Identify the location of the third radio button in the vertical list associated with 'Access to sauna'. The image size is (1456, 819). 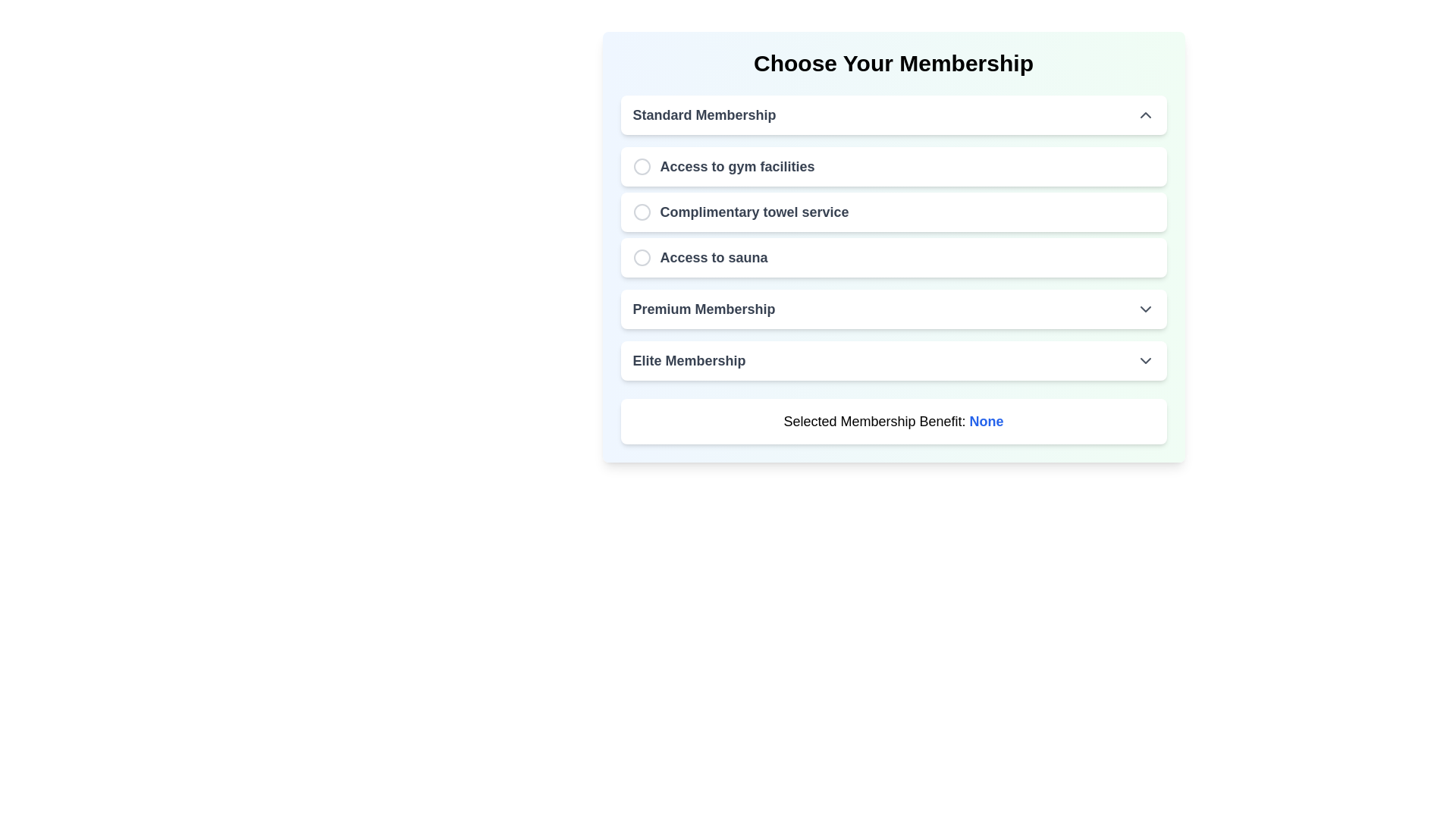
(642, 256).